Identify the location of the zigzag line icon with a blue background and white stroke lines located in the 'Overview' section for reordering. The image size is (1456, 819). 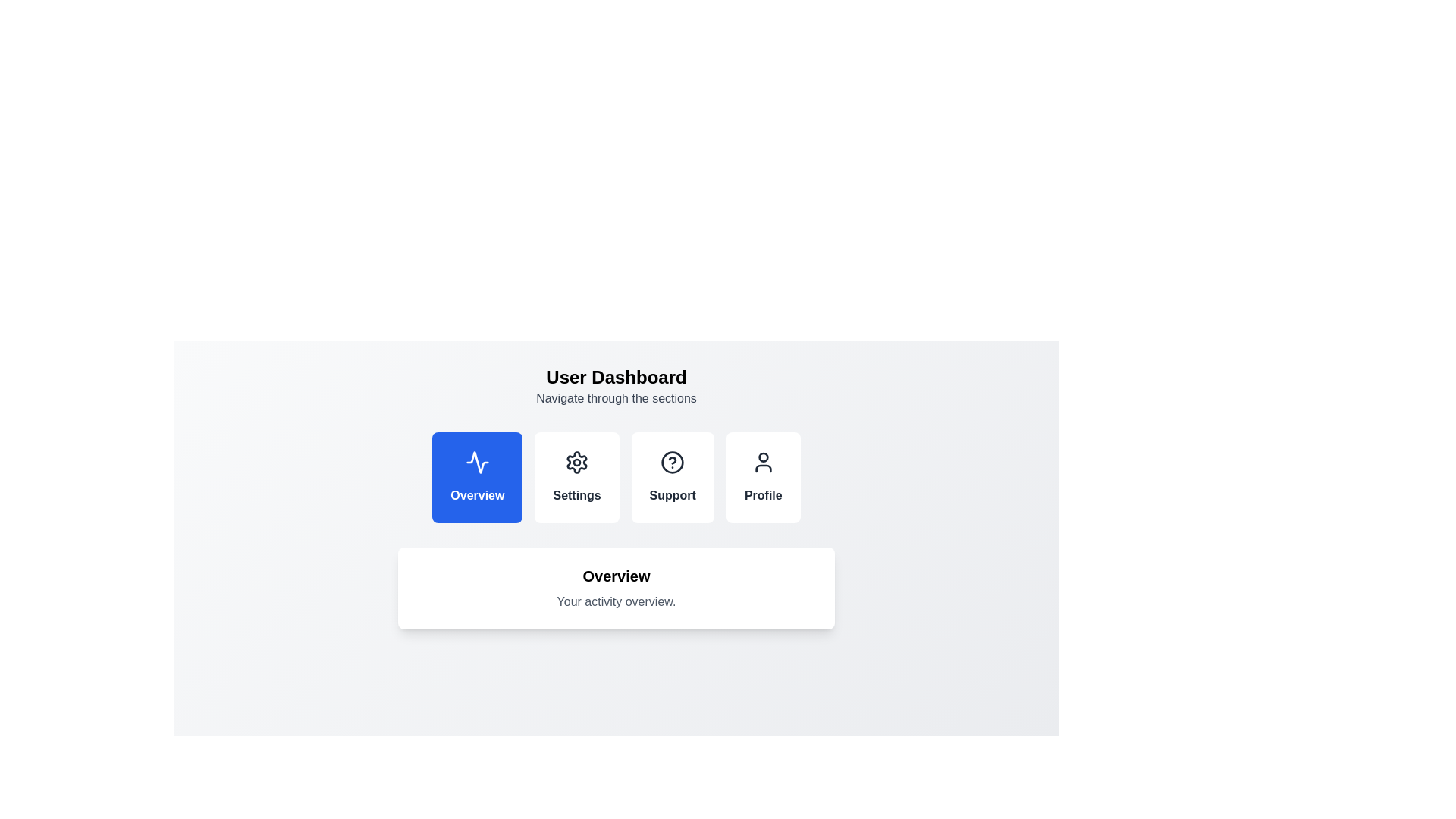
(476, 461).